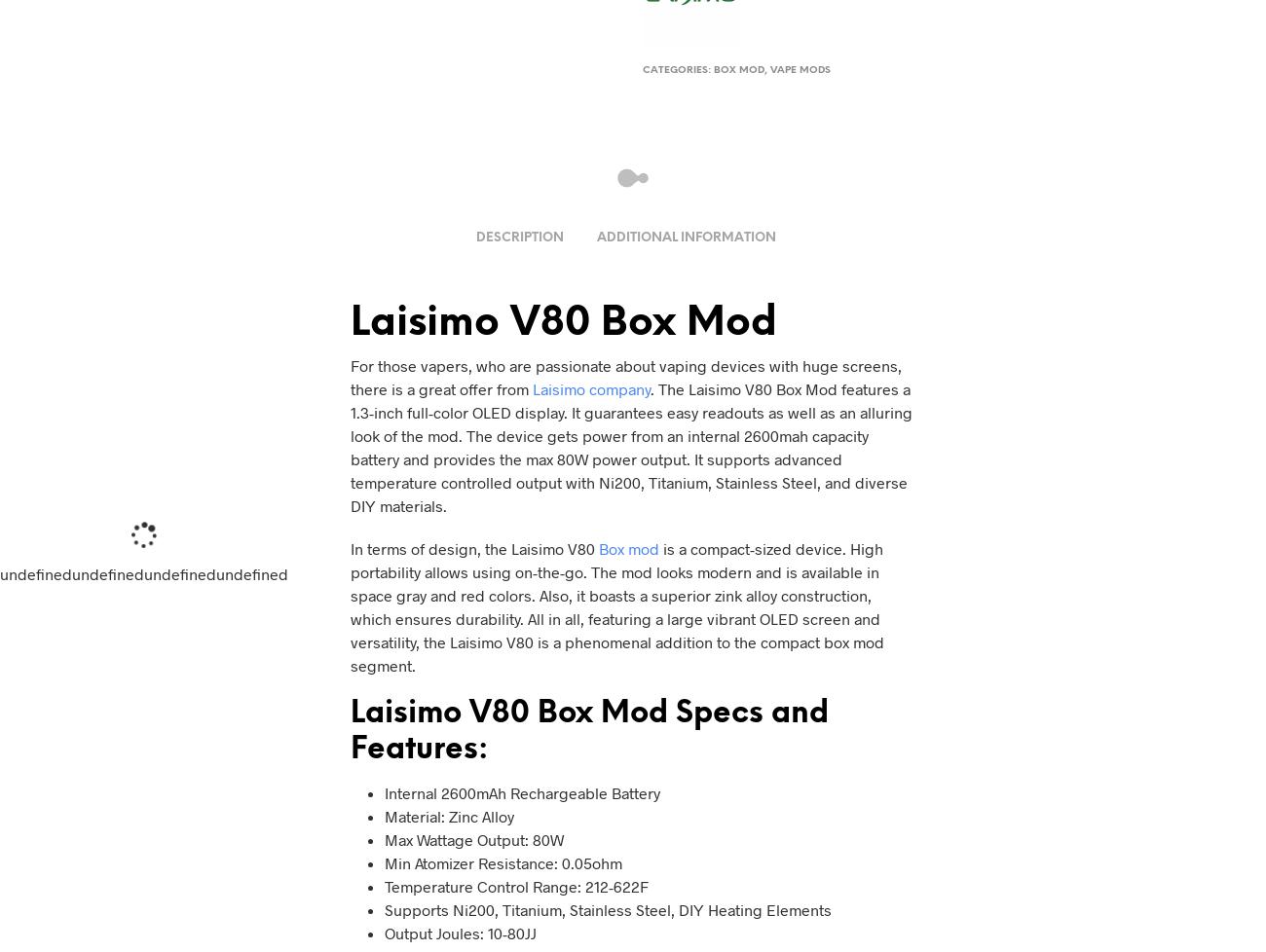 Image resolution: width=1266 pixels, height=952 pixels. I want to click on ',', so click(766, 70).